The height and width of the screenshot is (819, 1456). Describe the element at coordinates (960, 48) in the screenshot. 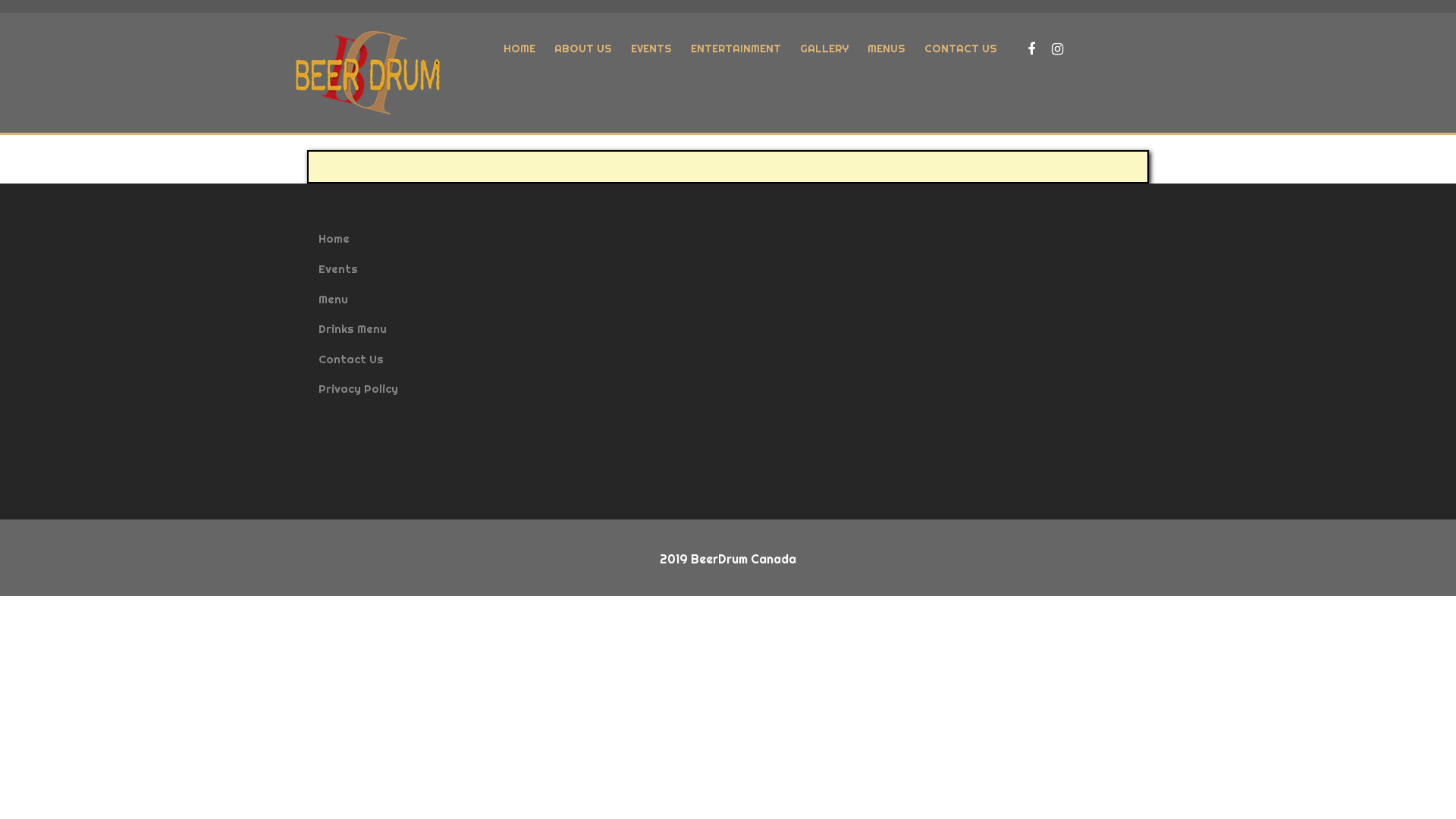

I see `'CONTACT US'` at that location.